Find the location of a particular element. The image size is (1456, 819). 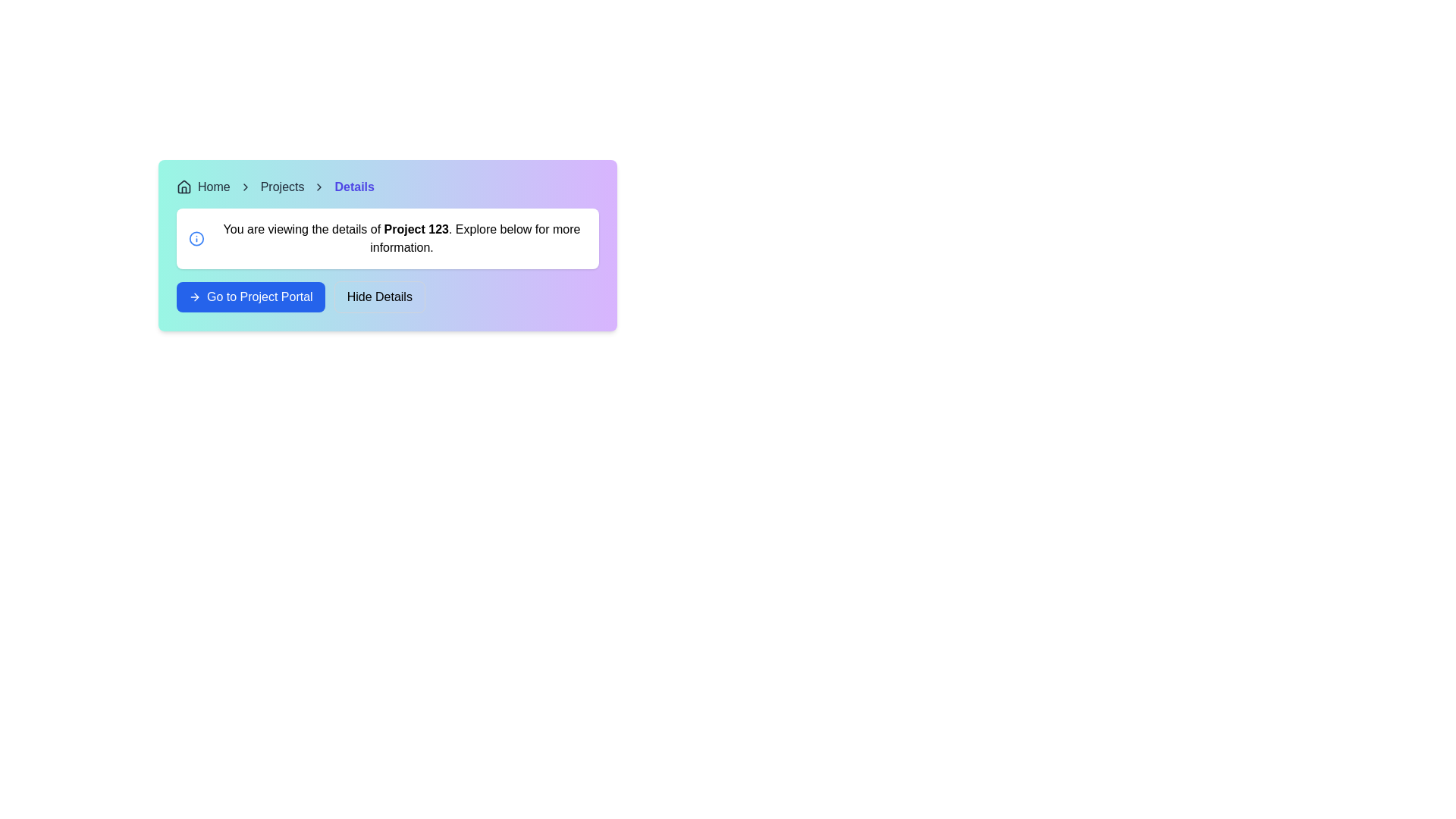

the first chevron icon in the breadcrumb navigation bar that separates 'Home' and 'Projects' is located at coordinates (245, 186).